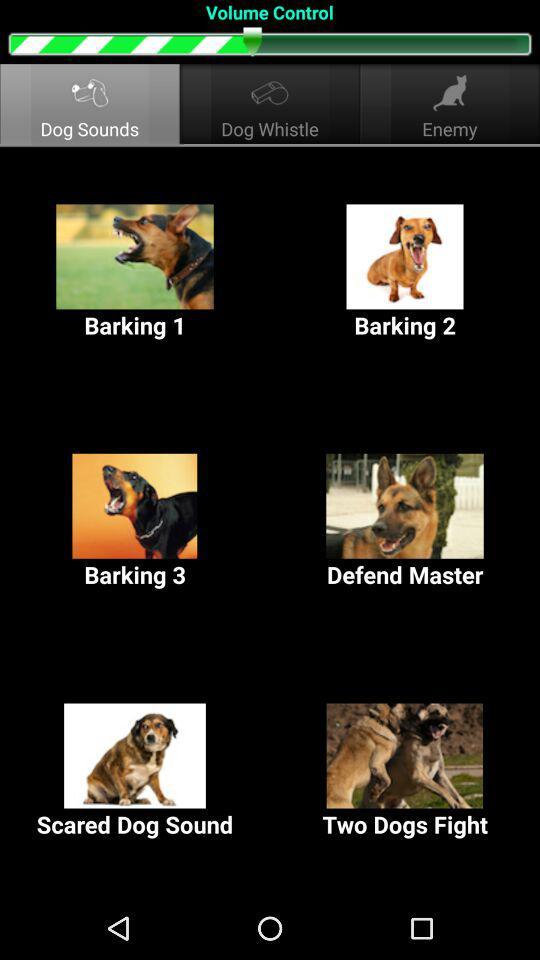 The height and width of the screenshot is (960, 540). What do you see at coordinates (405, 770) in the screenshot?
I see `the two dogs fight icon` at bounding box center [405, 770].